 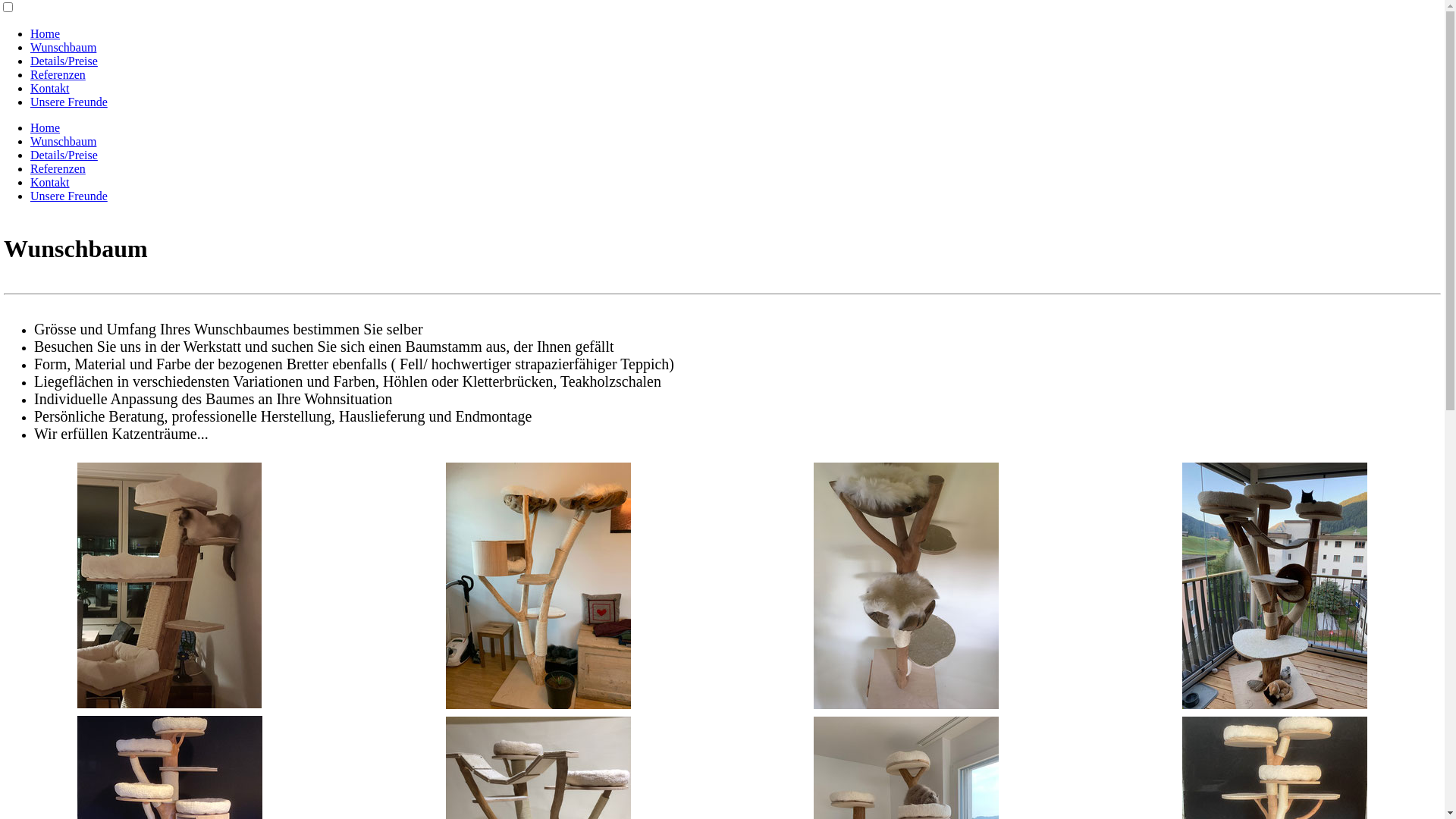 What do you see at coordinates (58, 74) in the screenshot?
I see `'Referenzen'` at bounding box center [58, 74].